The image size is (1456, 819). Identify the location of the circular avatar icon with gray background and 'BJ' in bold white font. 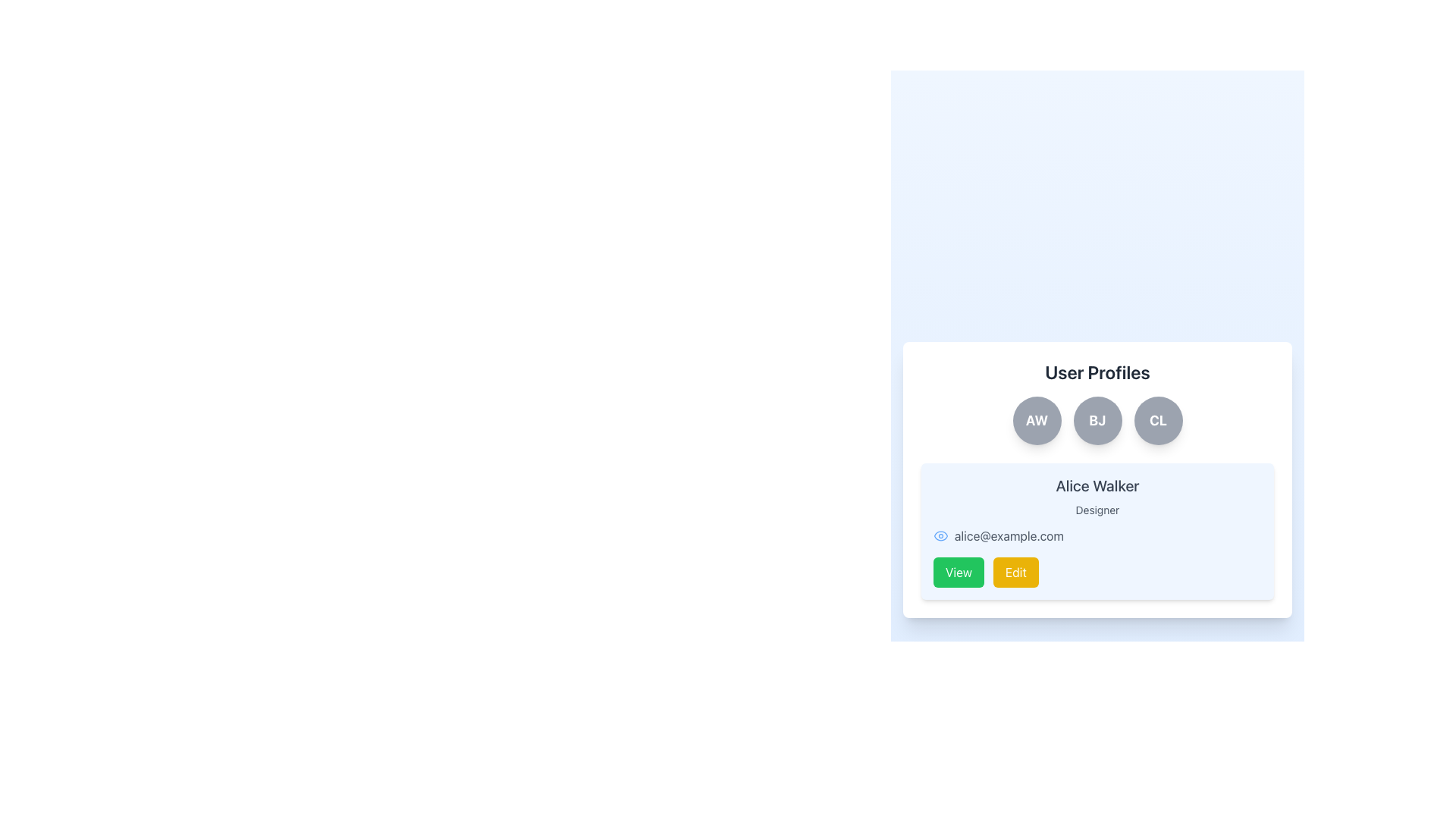
(1097, 421).